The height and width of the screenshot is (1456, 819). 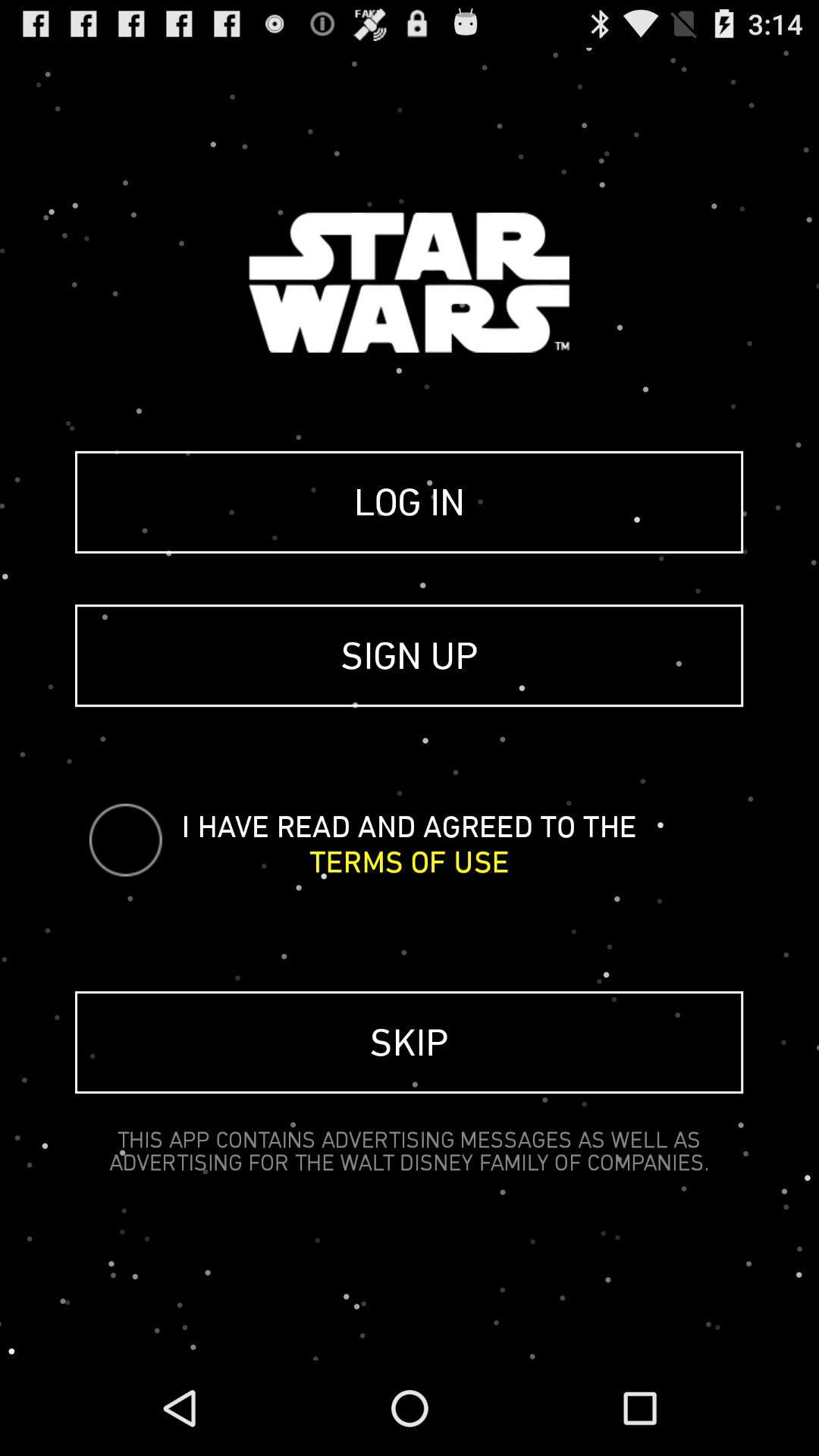 What do you see at coordinates (408, 655) in the screenshot?
I see `sign up icon` at bounding box center [408, 655].